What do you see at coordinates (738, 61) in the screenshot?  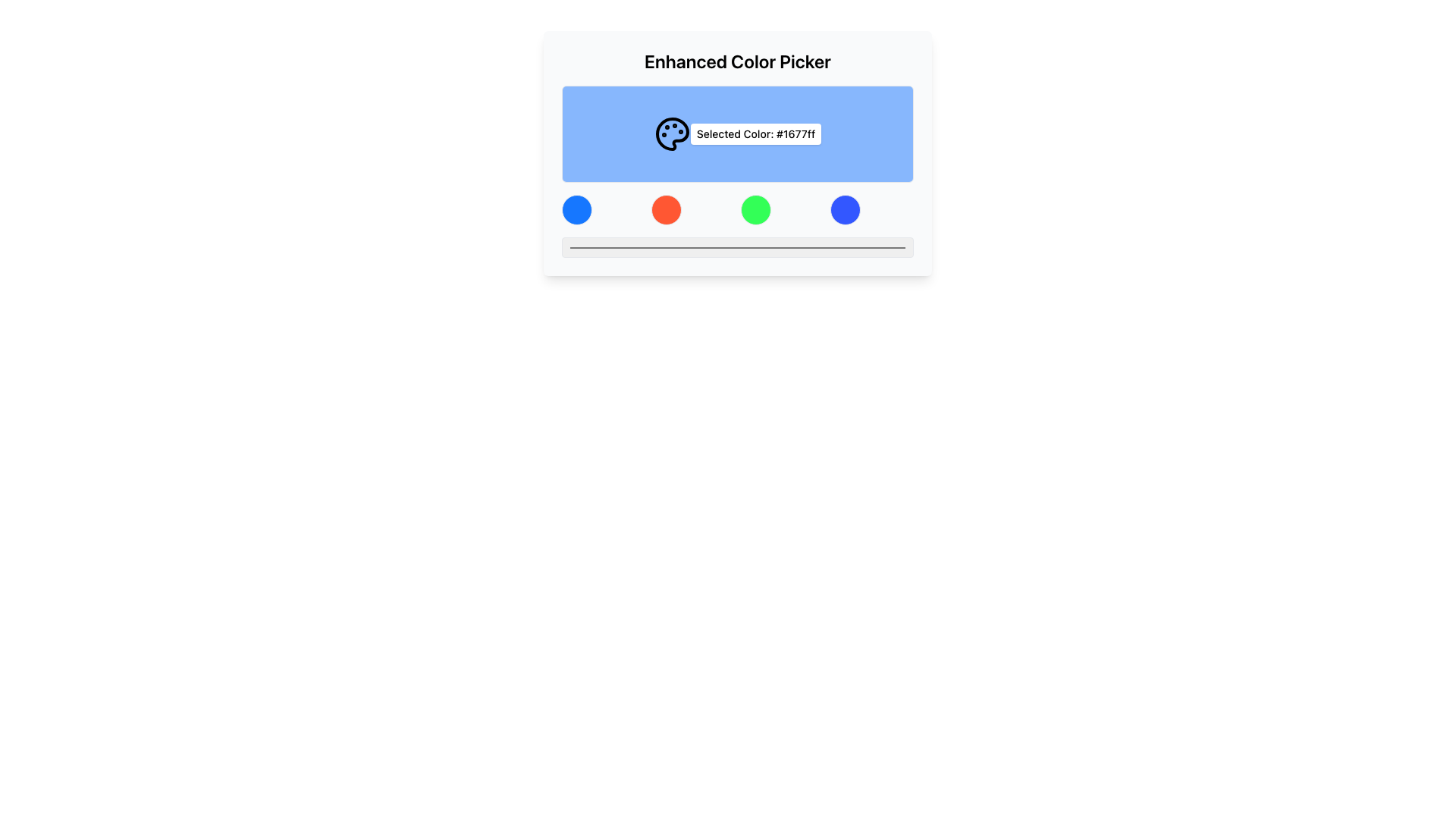 I see `text of the heading at the top of the color picker interface, which indicates its purpose` at bounding box center [738, 61].